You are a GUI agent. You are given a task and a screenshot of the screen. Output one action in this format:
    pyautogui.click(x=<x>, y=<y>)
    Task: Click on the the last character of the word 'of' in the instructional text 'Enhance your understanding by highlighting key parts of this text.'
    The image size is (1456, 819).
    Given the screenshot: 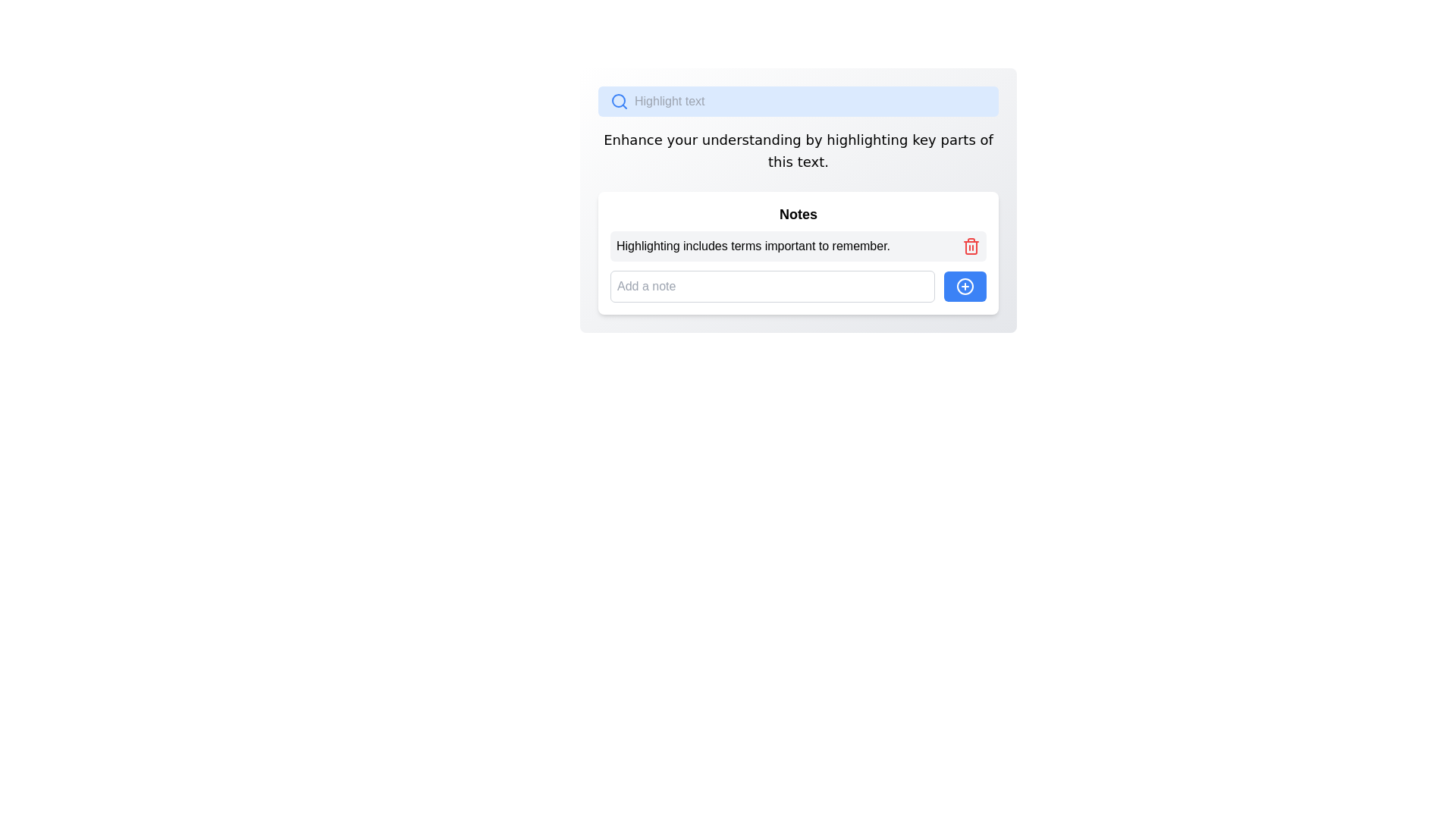 What is the action you would take?
    pyautogui.click(x=990, y=140)
    